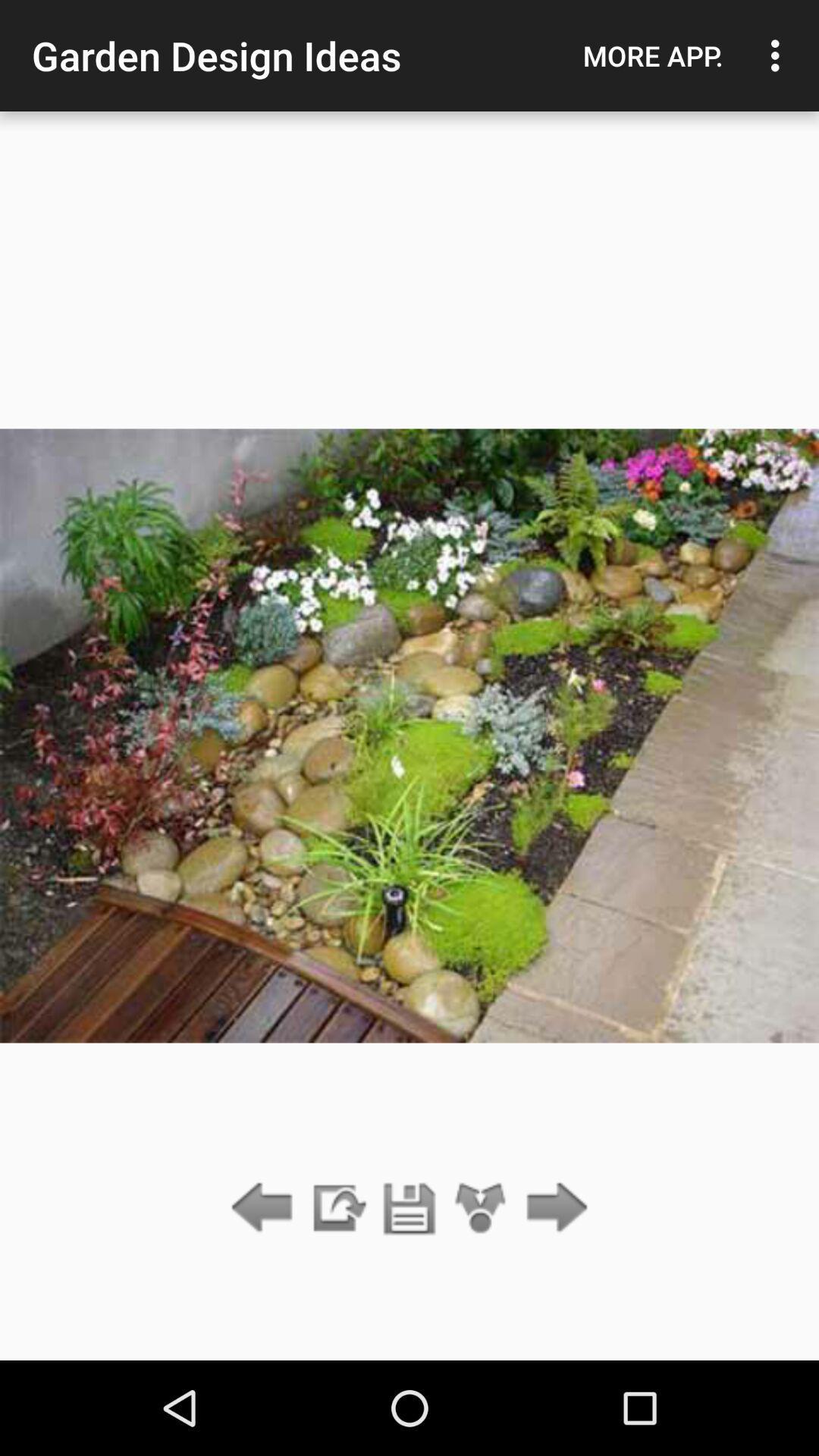 The image size is (819, 1456). What do you see at coordinates (779, 55) in the screenshot?
I see `item next to more app. icon` at bounding box center [779, 55].